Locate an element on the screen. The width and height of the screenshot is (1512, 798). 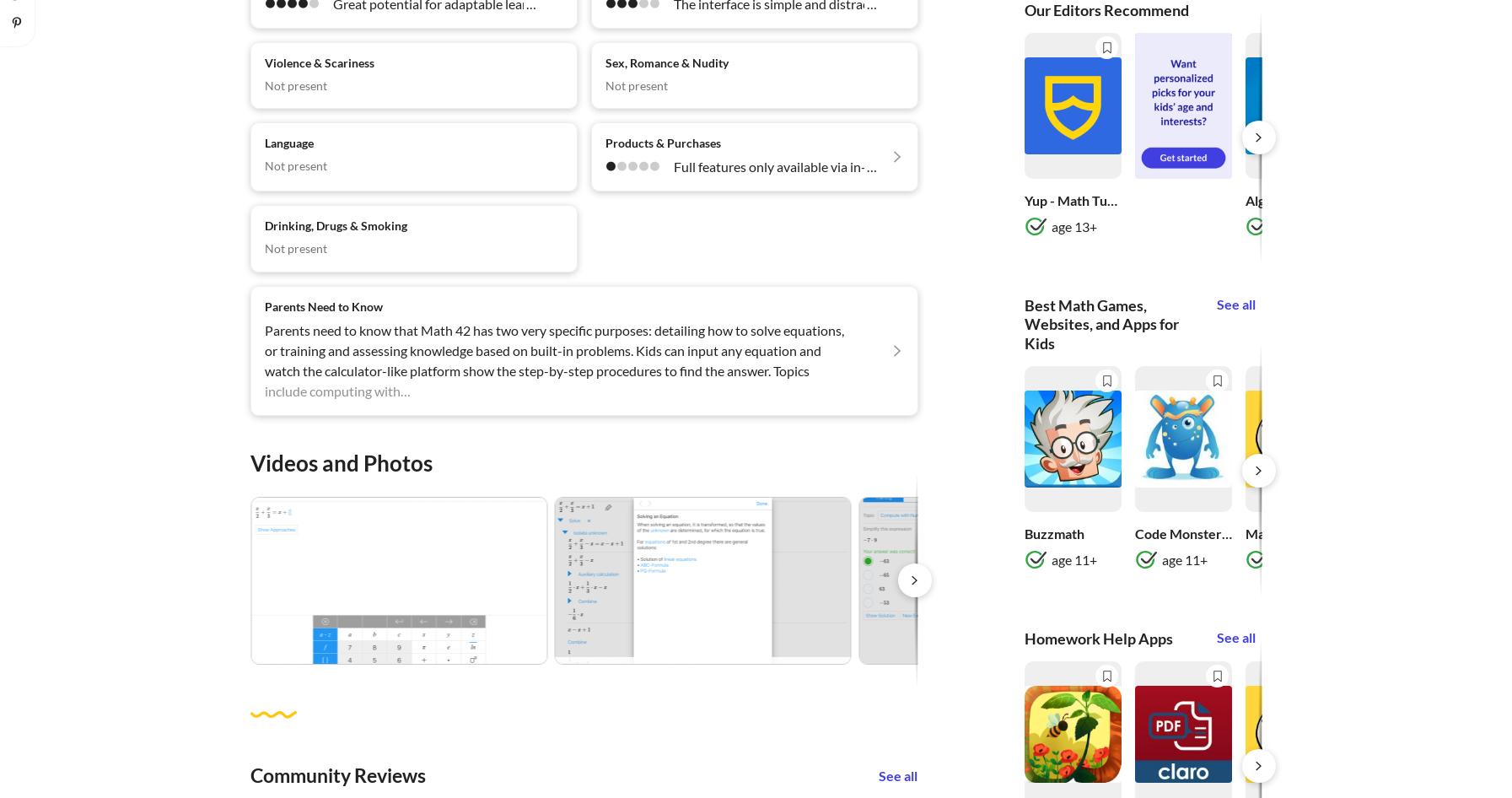
'Community Reviews' is located at coordinates (336, 774).